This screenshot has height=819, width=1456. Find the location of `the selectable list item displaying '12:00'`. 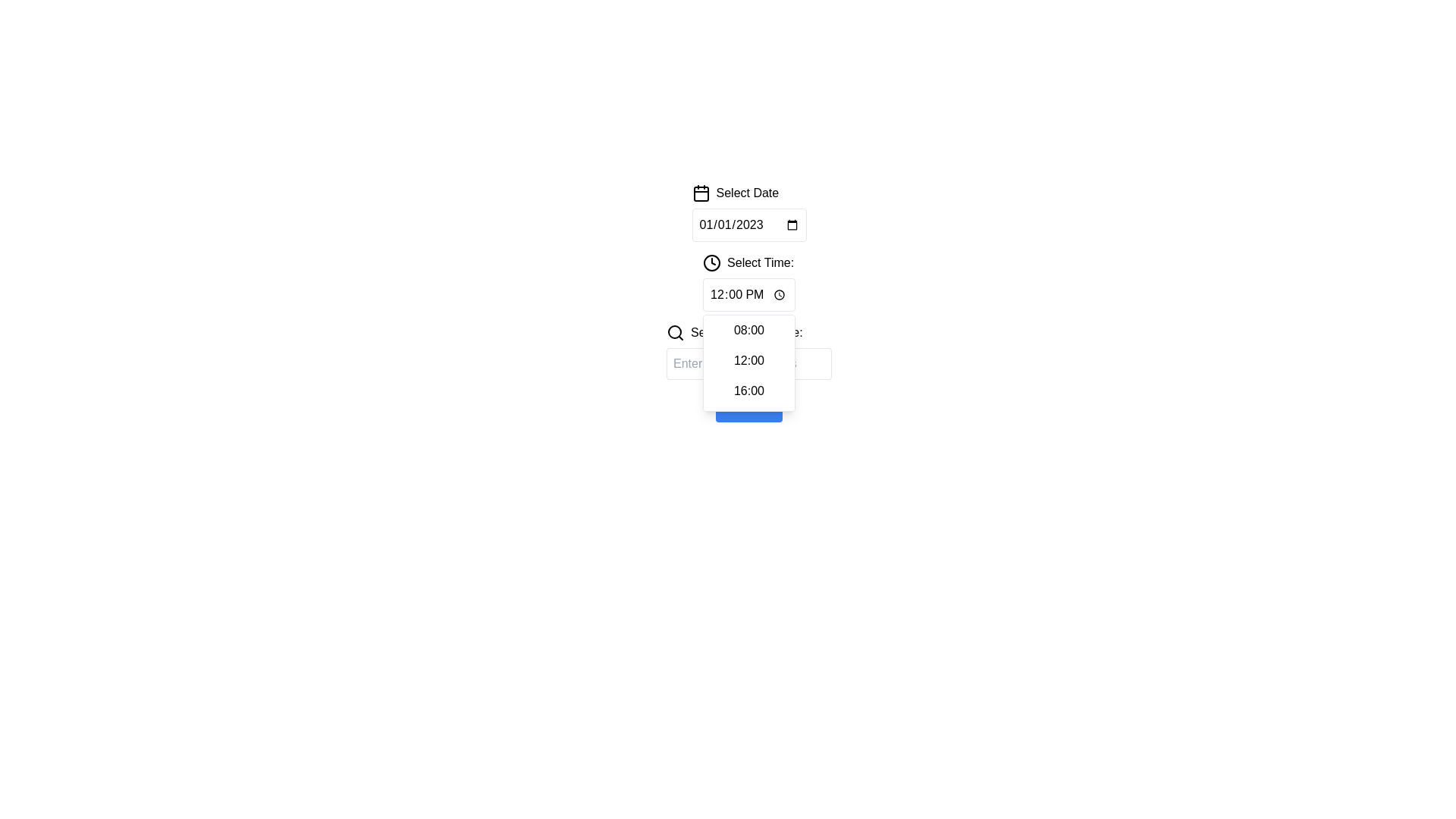

the selectable list item displaying '12:00' is located at coordinates (749, 360).